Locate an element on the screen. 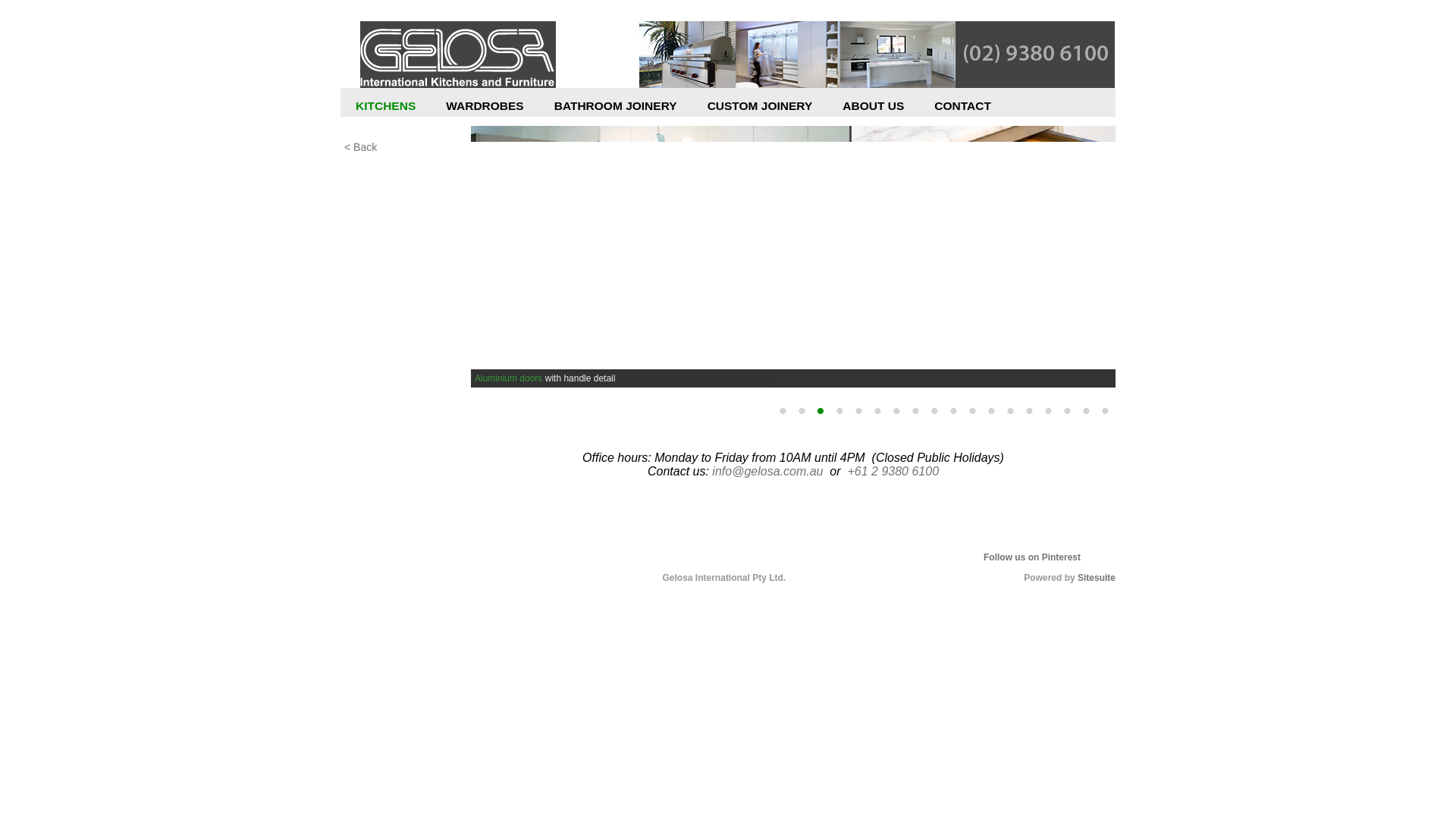  '2' is located at coordinates (792, 411).